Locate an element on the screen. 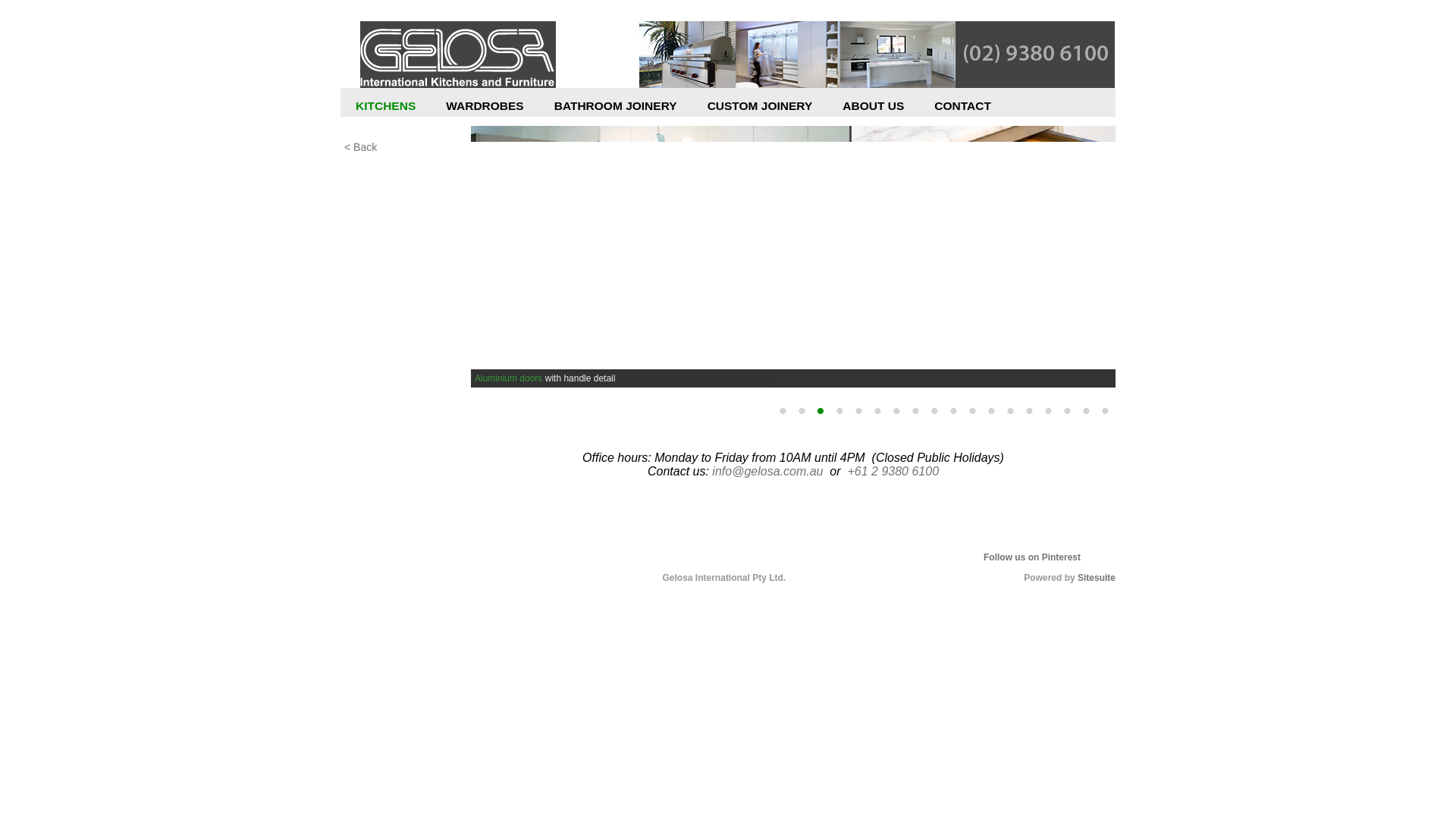  '2' is located at coordinates (792, 411).